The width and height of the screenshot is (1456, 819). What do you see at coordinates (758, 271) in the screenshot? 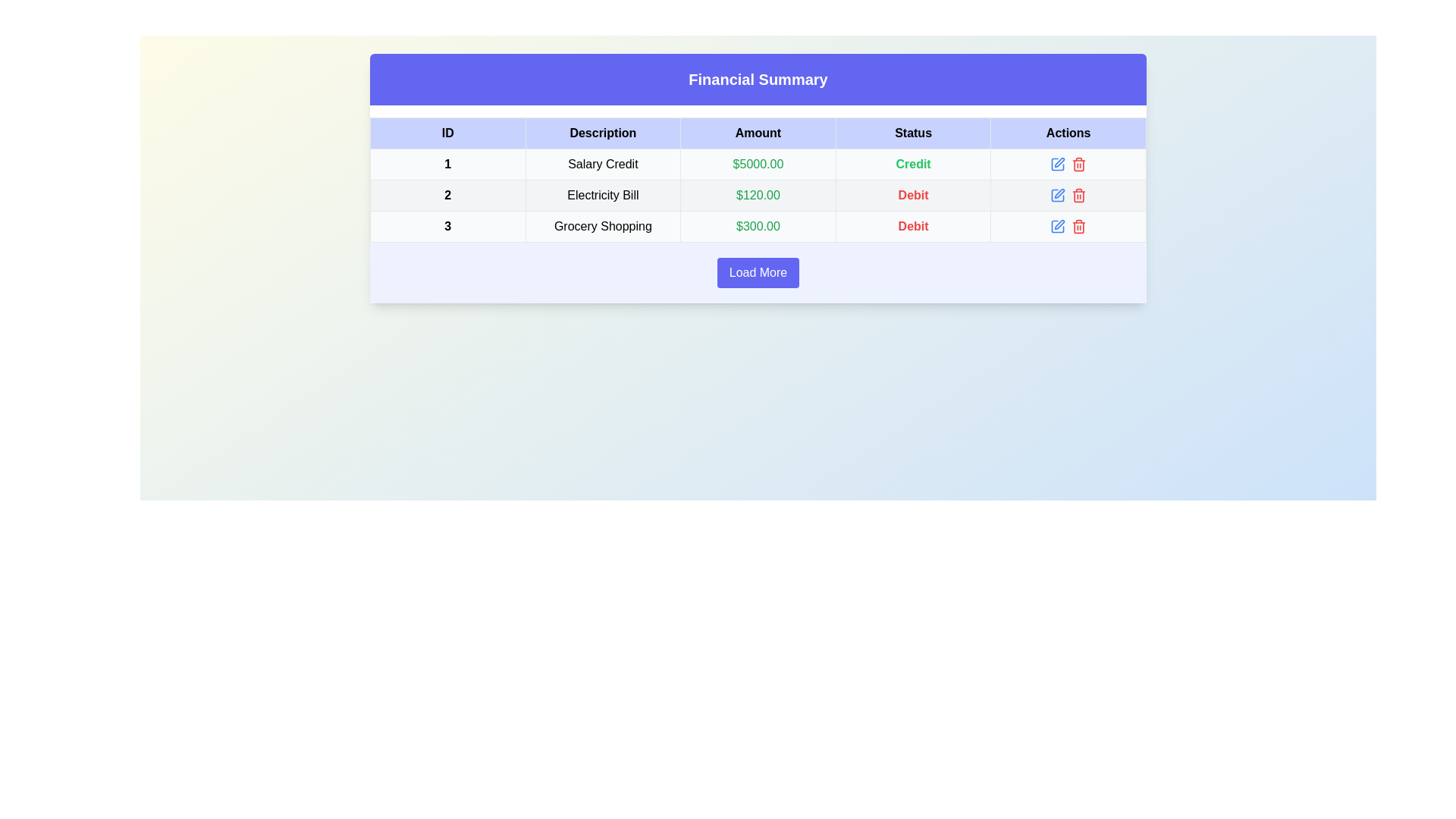
I see `the button located near the bottom-center of the 'Financial Summary' table to load more content` at bounding box center [758, 271].